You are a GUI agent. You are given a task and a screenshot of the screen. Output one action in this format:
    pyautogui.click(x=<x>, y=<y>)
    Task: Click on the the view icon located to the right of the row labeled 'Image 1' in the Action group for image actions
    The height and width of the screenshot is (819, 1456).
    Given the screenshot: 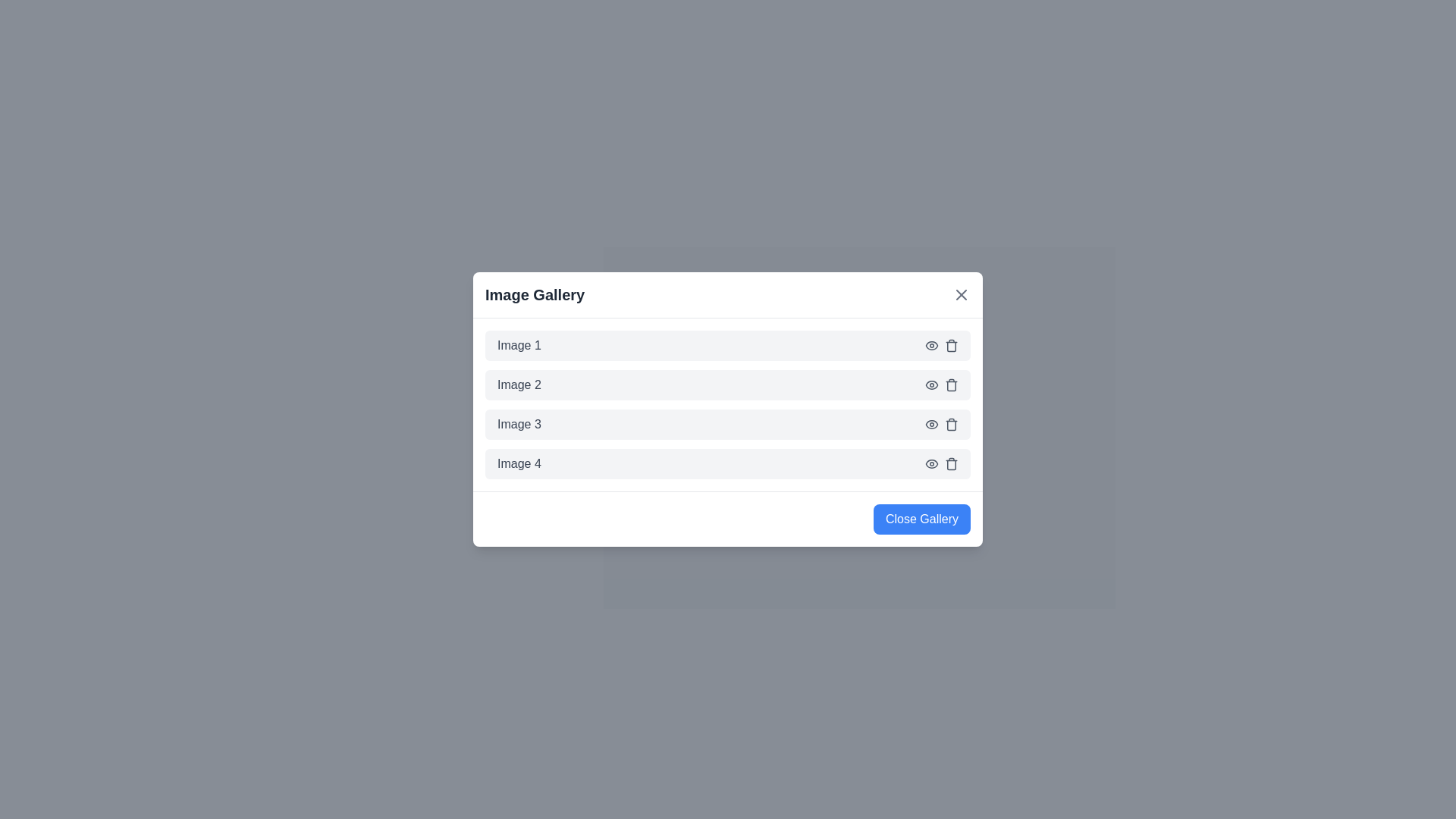 What is the action you would take?
    pyautogui.click(x=941, y=345)
    